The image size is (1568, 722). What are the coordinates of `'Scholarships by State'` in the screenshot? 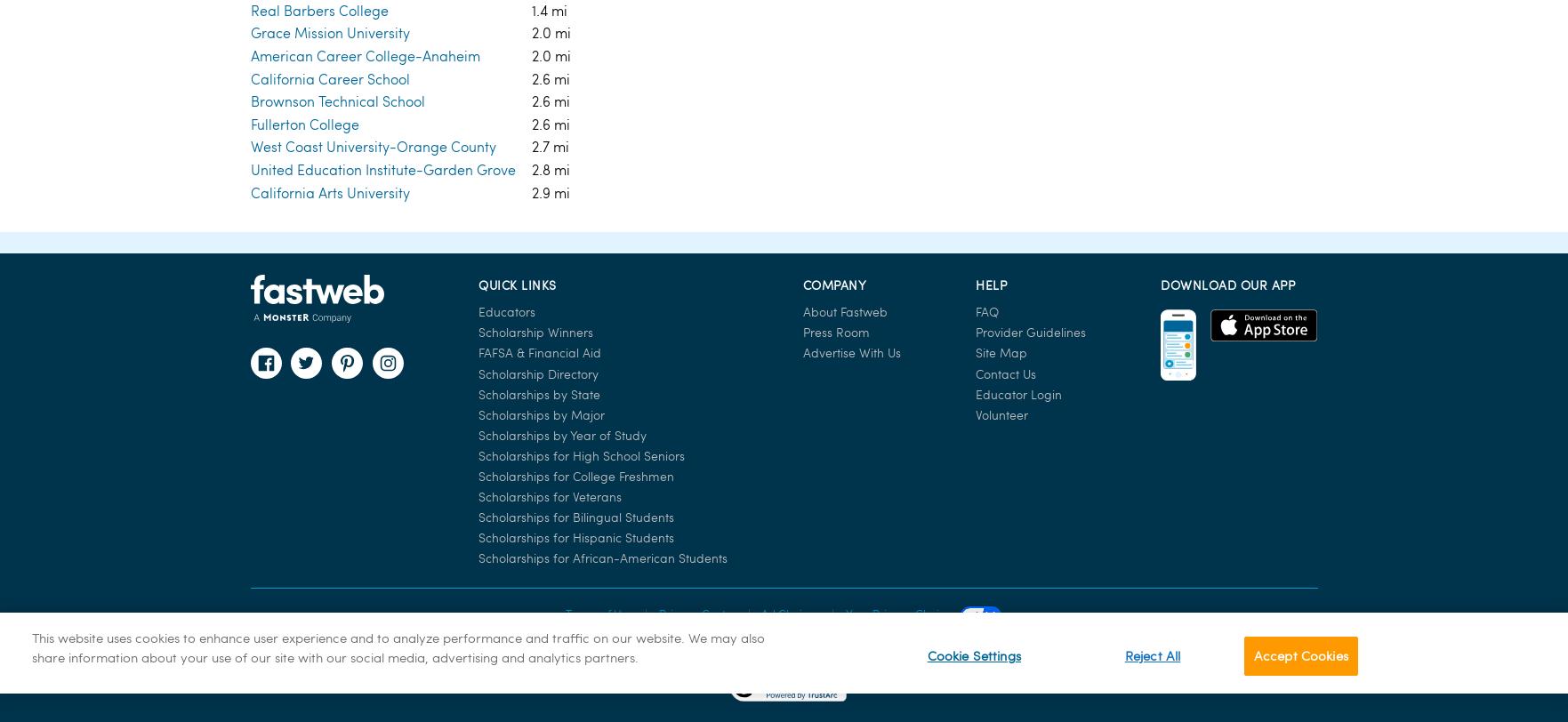 It's located at (539, 34).